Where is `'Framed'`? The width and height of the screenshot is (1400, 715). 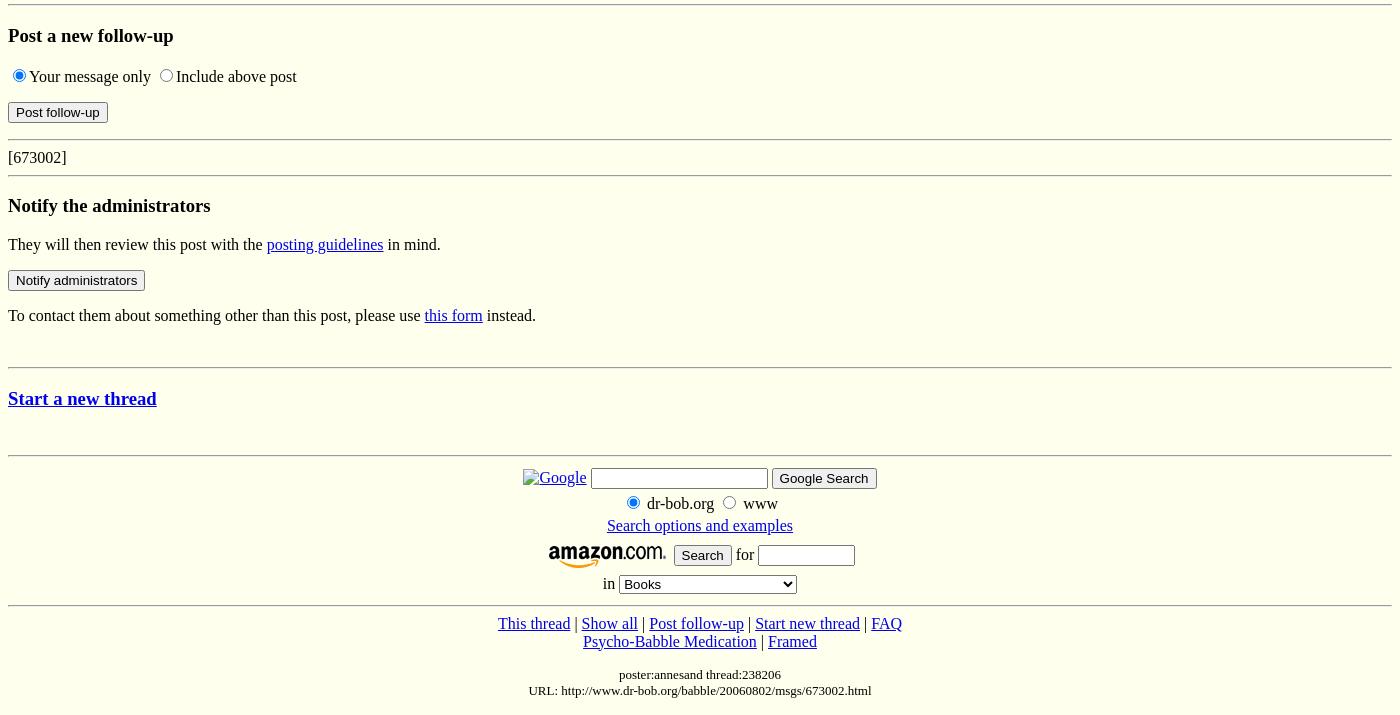 'Framed' is located at coordinates (790, 639).